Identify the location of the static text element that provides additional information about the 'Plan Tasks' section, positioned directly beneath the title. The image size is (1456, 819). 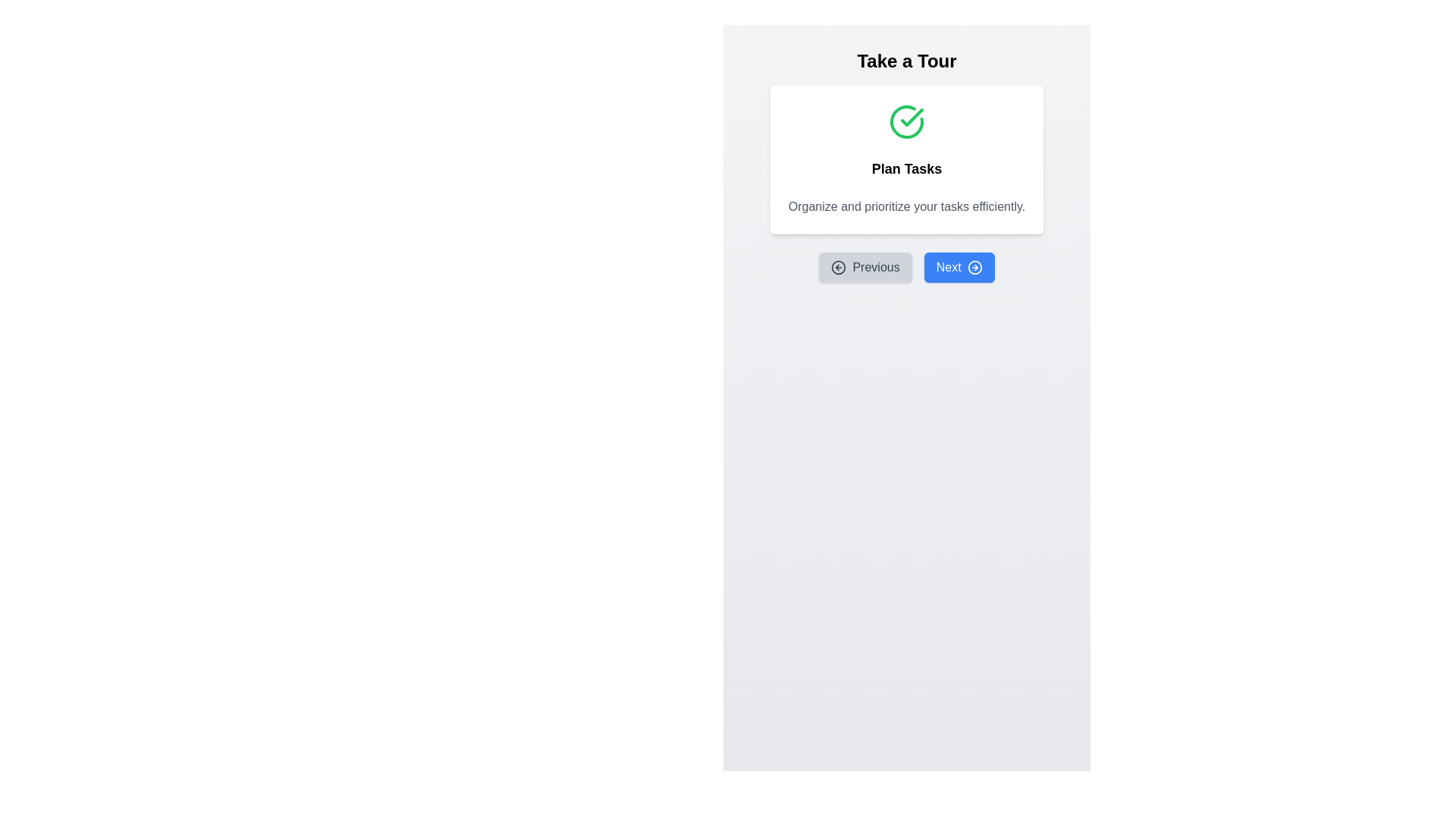
(906, 207).